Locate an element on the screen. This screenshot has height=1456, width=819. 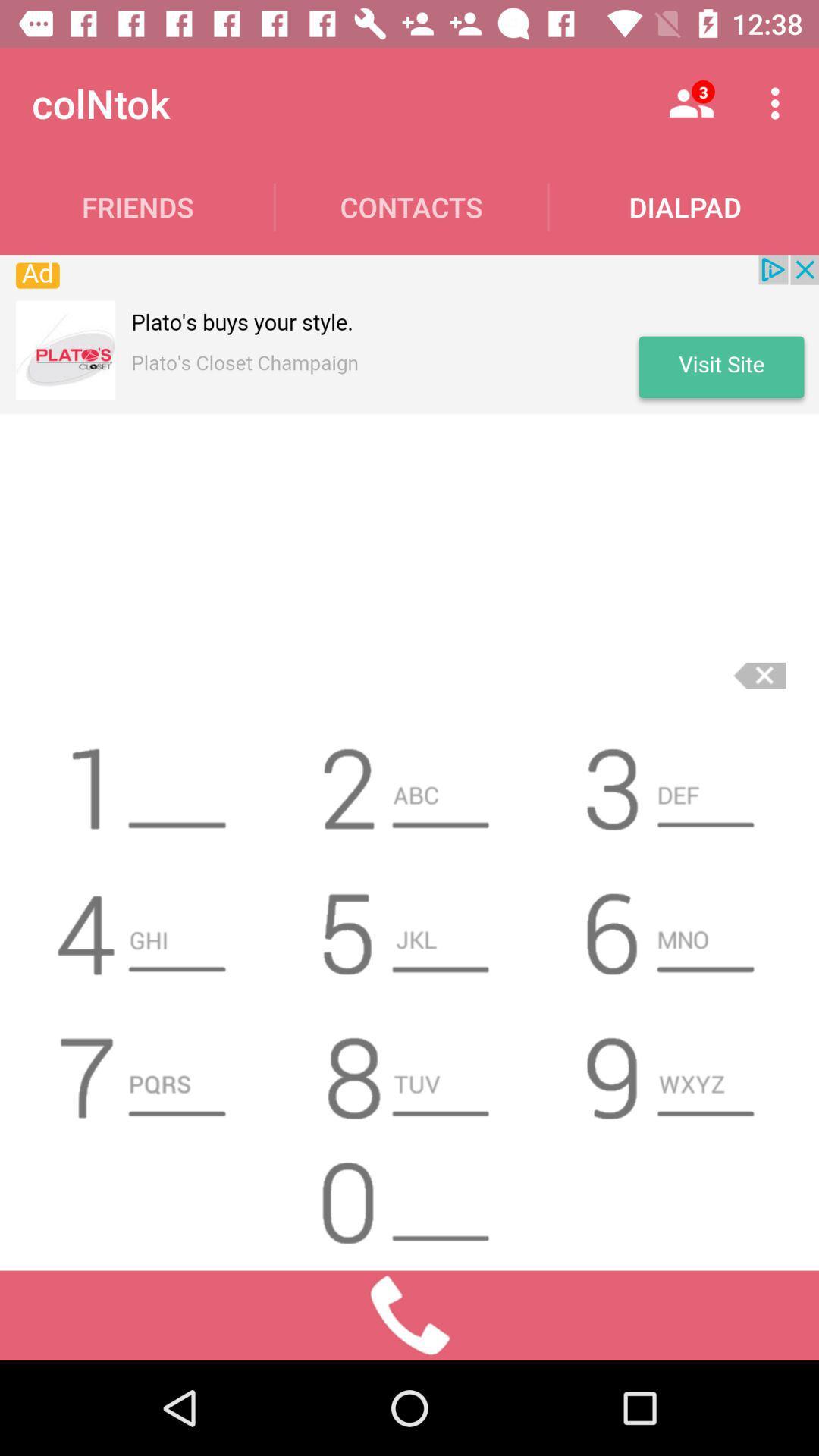
contacts left to dialpad is located at coordinates (412, 206).